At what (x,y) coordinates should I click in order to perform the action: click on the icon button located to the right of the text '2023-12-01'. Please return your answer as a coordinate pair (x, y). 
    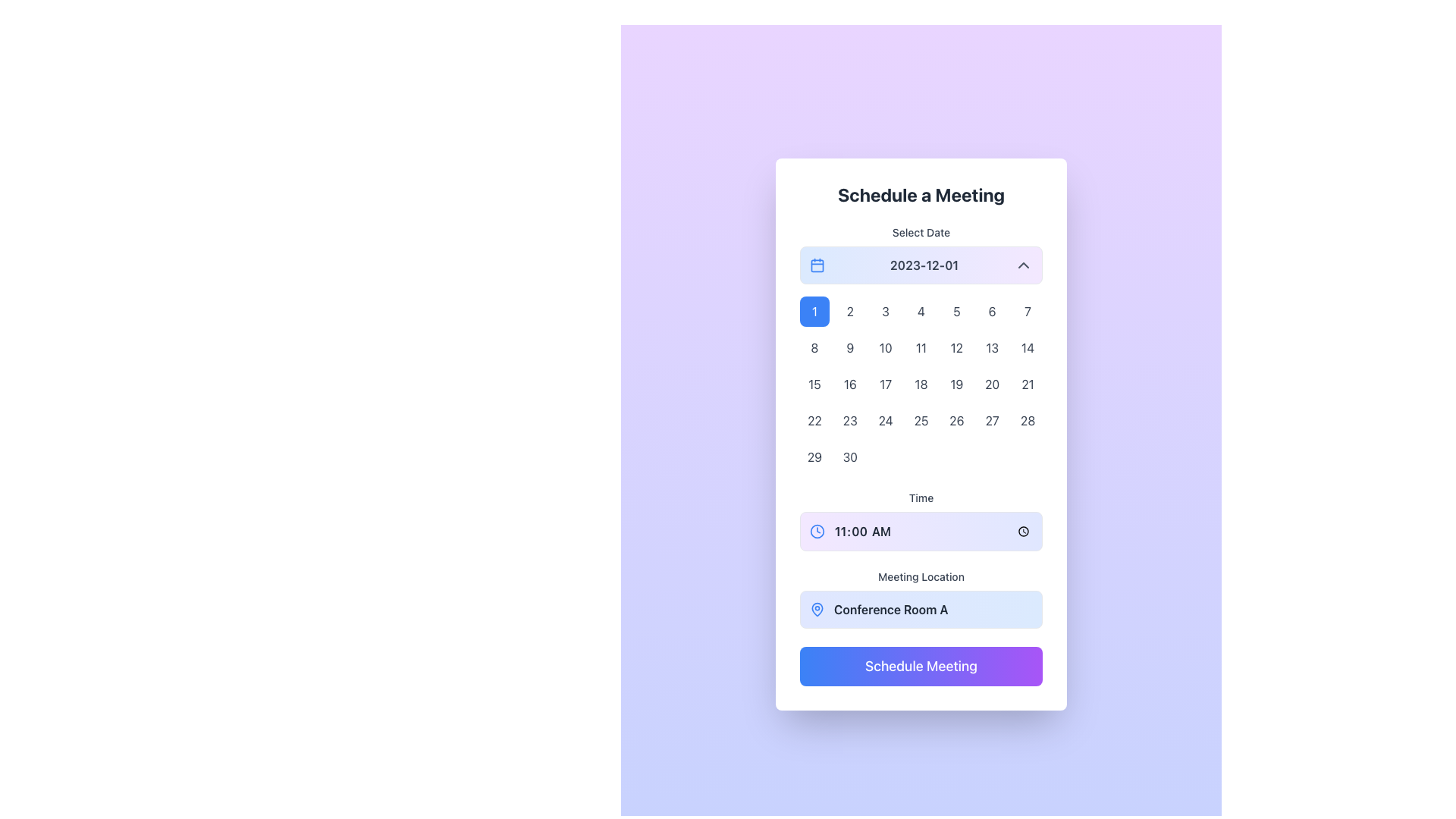
    Looking at the image, I should click on (1023, 265).